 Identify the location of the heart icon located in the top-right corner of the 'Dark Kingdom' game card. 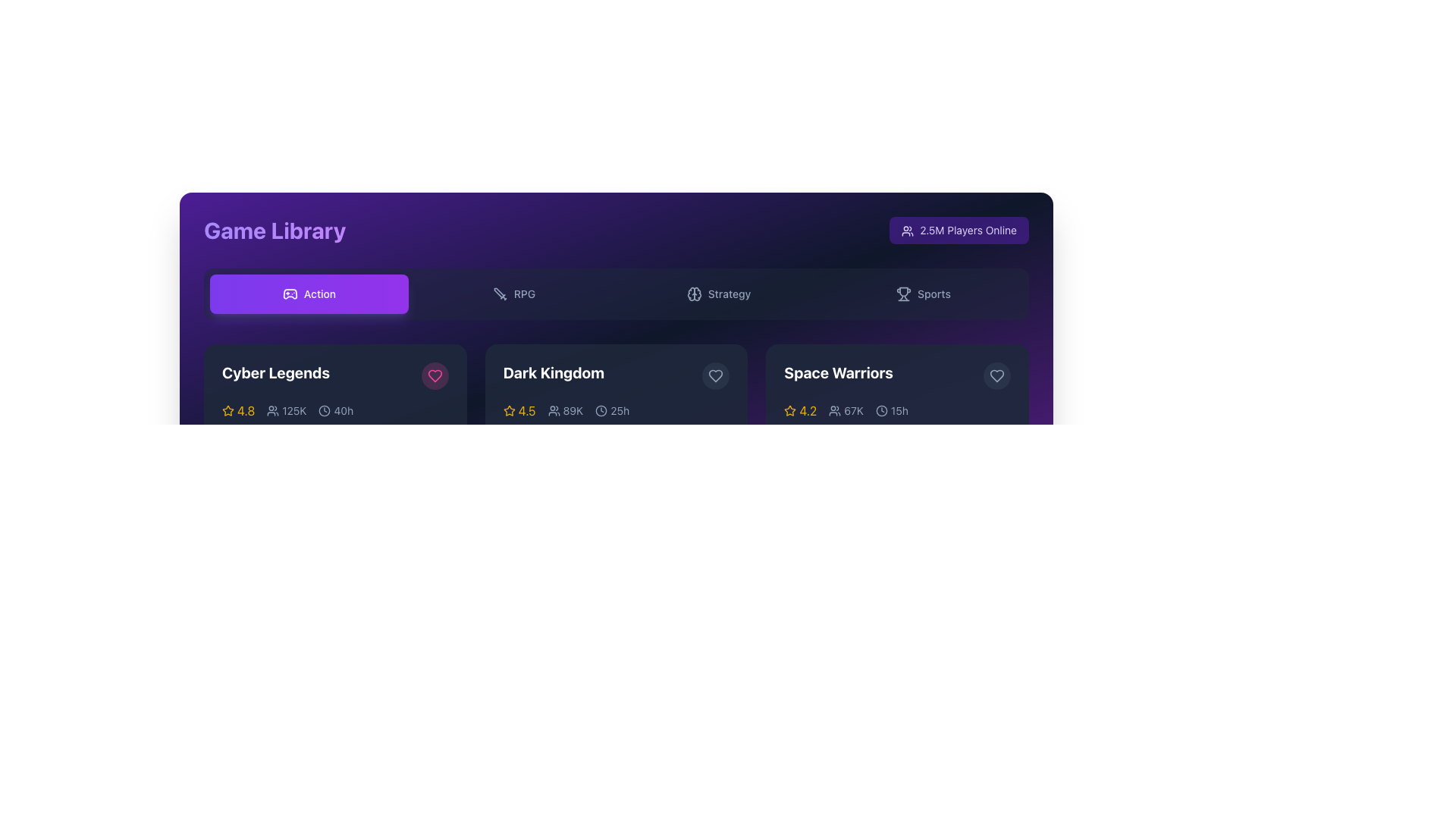
(715, 375).